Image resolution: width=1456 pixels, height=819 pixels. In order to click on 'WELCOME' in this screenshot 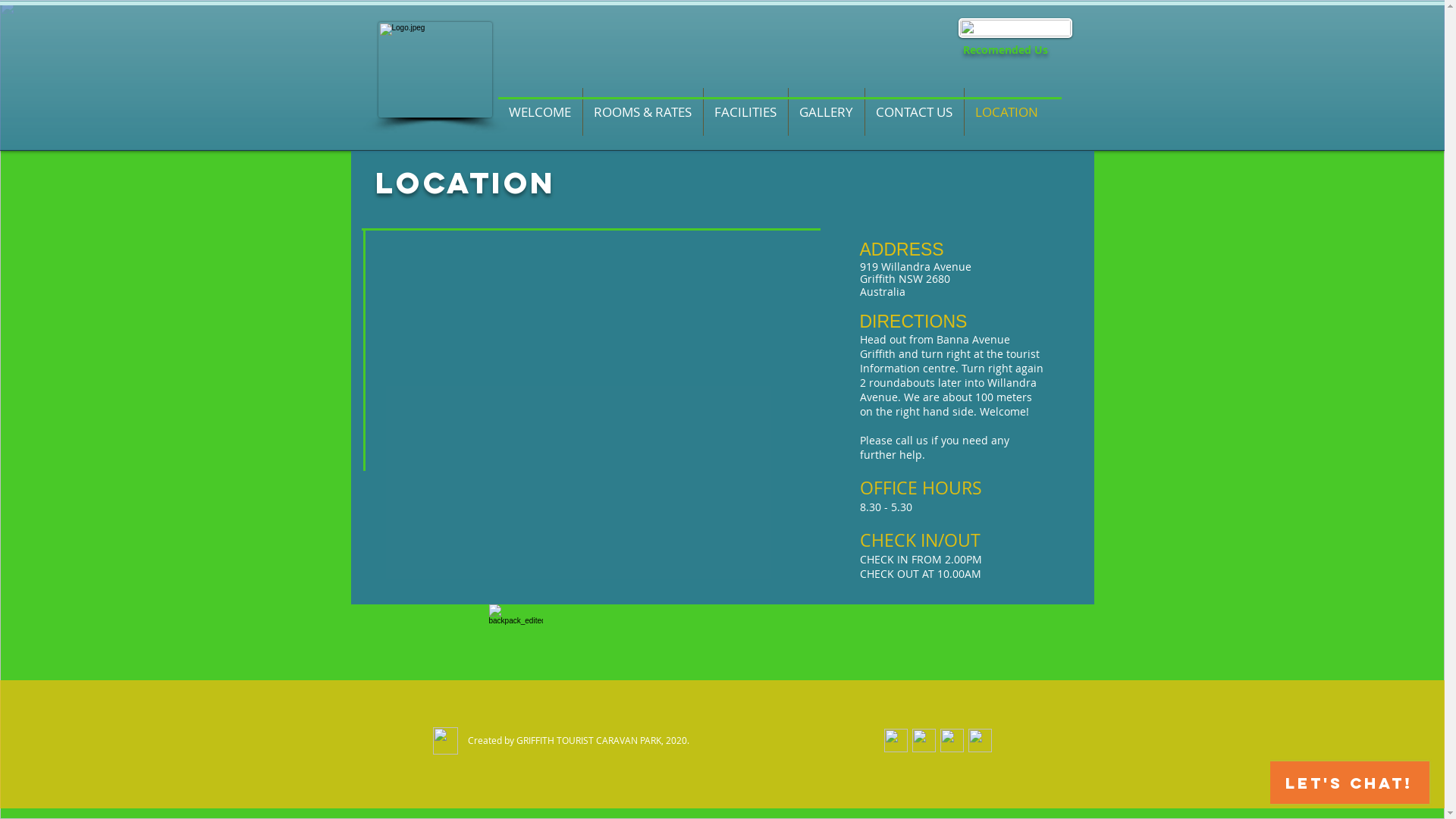, I will do `click(539, 111)`.